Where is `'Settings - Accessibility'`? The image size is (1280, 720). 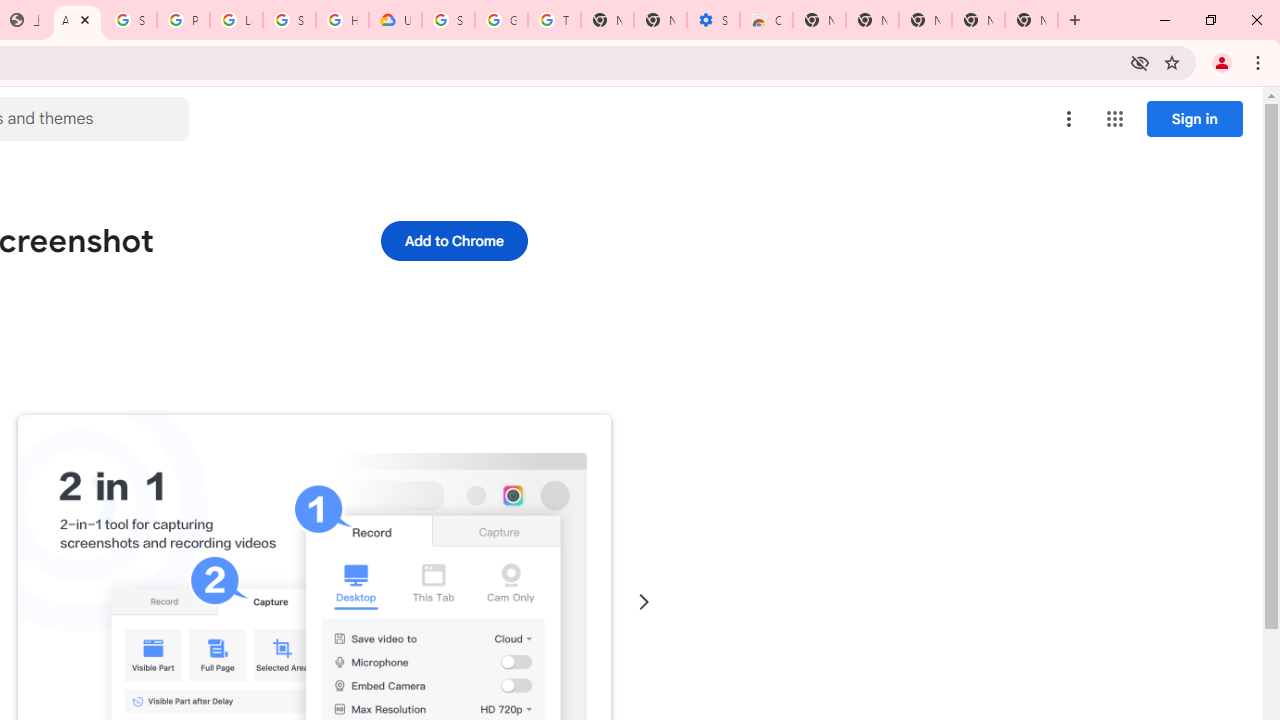 'Settings - Accessibility' is located at coordinates (713, 20).